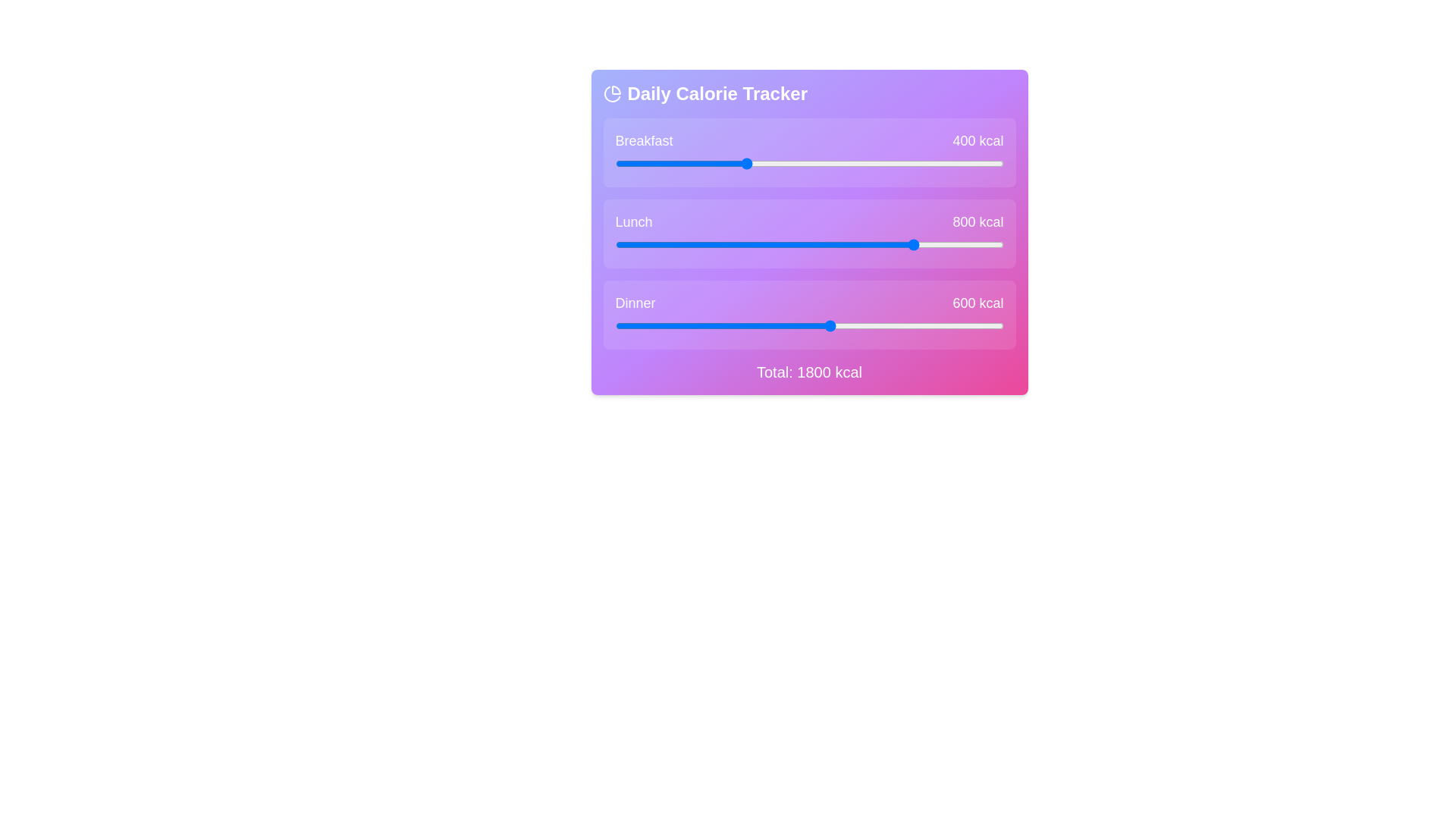 The image size is (1456, 819). What do you see at coordinates (808, 325) in the screenshot?
I see `the handle of the range slider located in the 'Dinner' section, below the label 'Dinner' and above '600 kcal'` at bounding box center [808, 325].